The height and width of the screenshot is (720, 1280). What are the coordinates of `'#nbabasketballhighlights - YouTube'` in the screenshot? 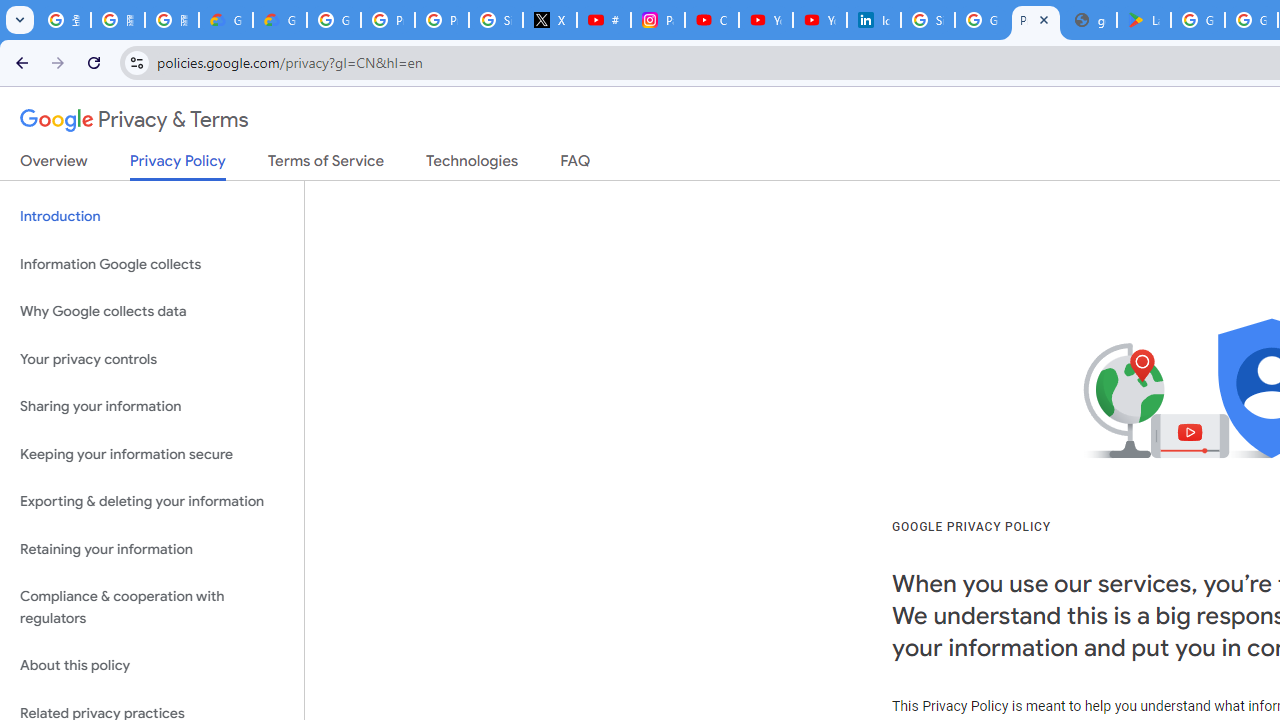 It's located at (603, 20).